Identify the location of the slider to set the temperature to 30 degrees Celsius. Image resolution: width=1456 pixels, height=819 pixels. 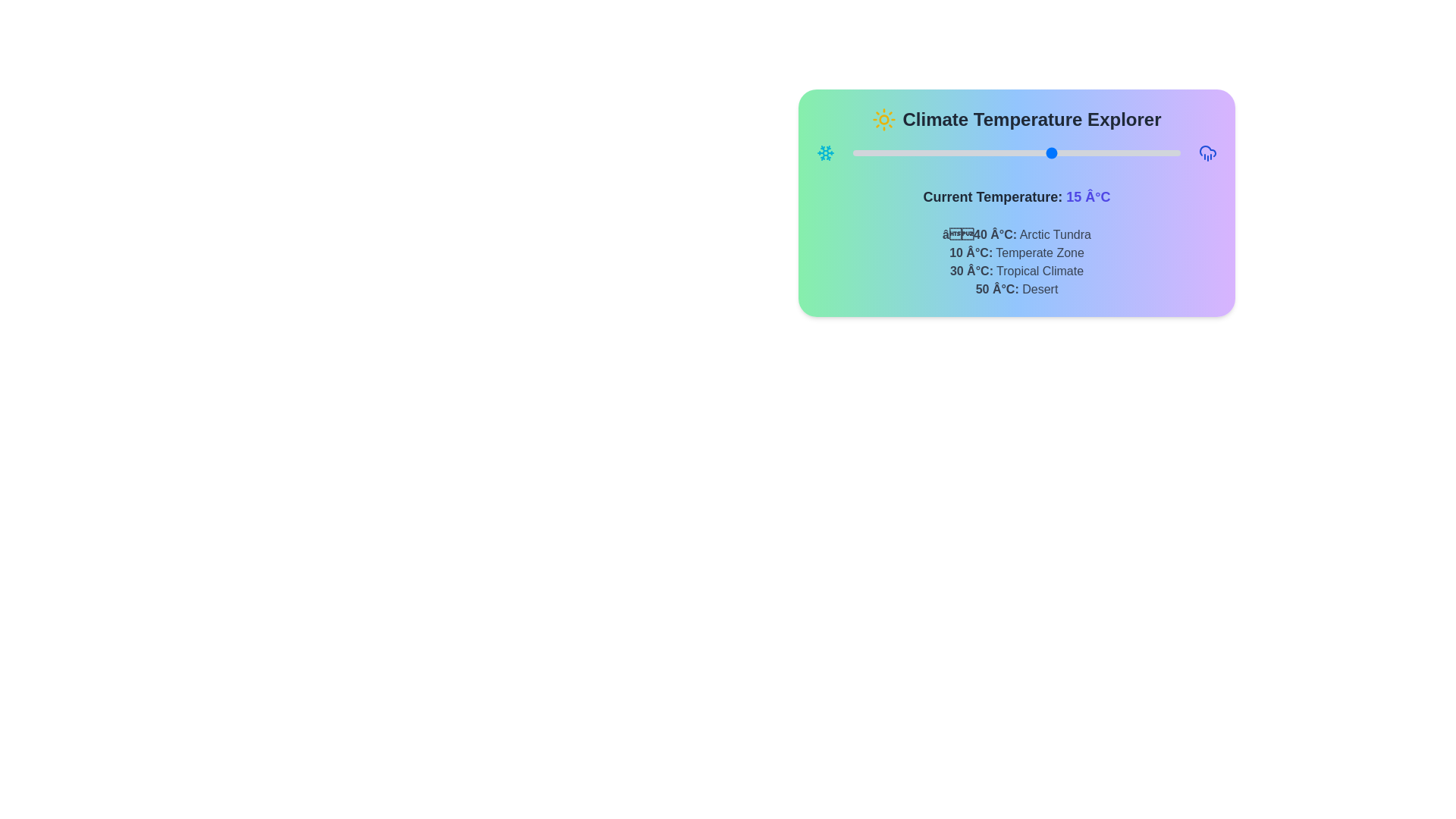
(1107, 152).